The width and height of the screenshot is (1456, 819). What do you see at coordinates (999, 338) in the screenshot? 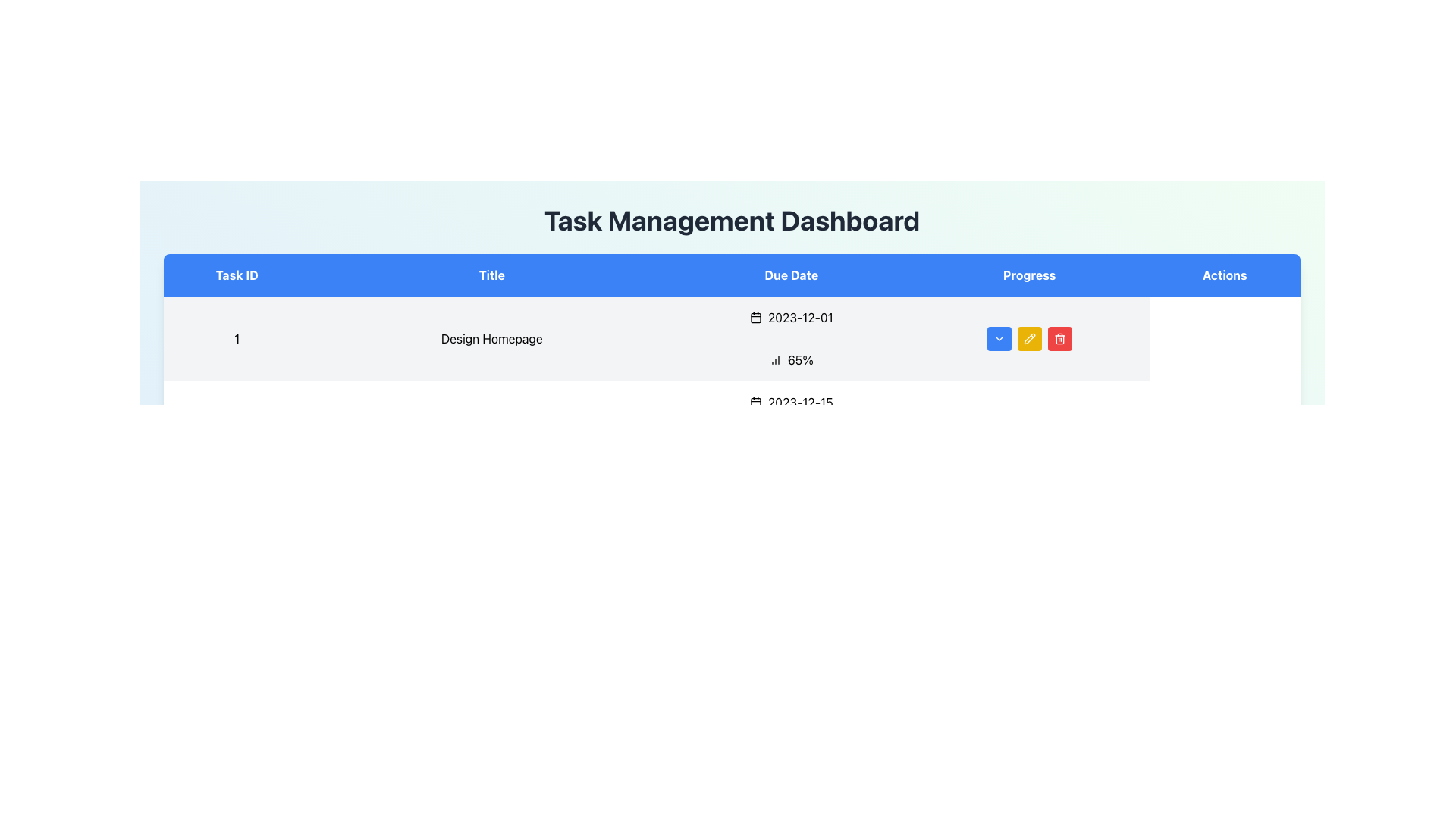
I see `the dropdown indicator icon in the 'Actions' column of the 'Task Management Dashboard', which is part of a button with a blue background and rounded corners` at bounding box center [999, 338].